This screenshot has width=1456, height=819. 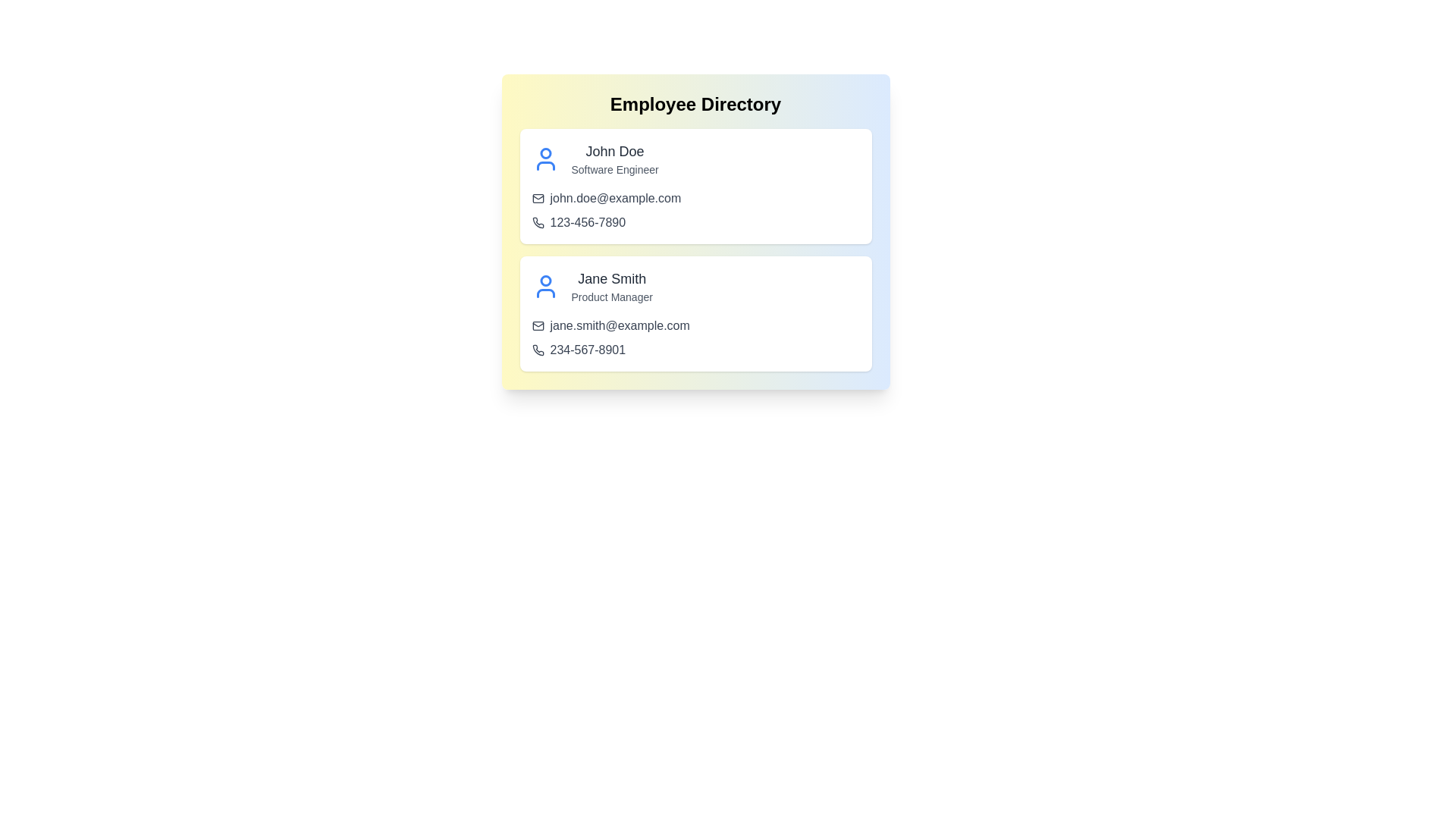 I want to click on the email link of Jane Smith to copy their email address, so click(x=620, y=325).